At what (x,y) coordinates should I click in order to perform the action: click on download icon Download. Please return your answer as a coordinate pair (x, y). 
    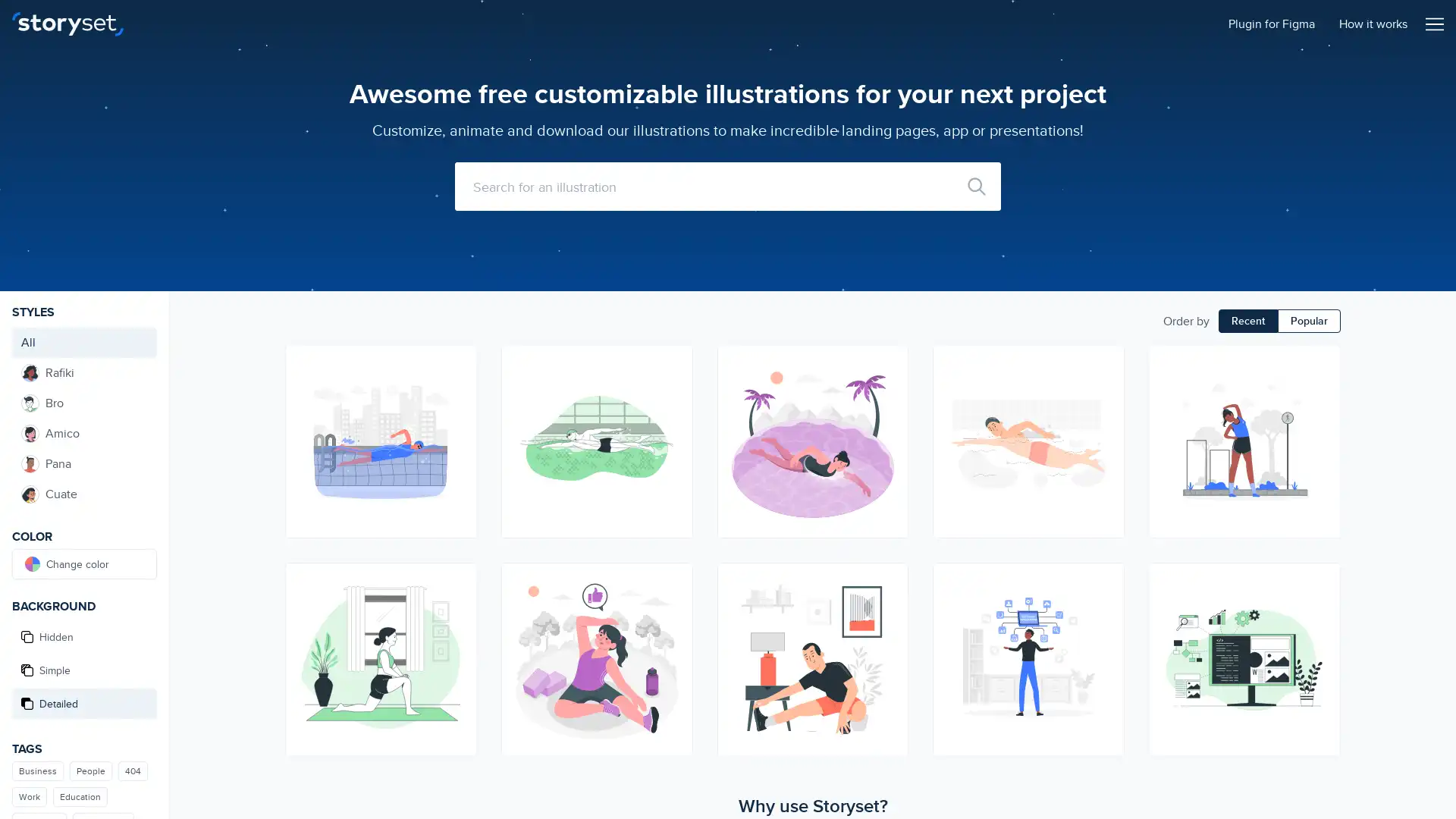
    Looking at the image, I should click on (1320, 391).